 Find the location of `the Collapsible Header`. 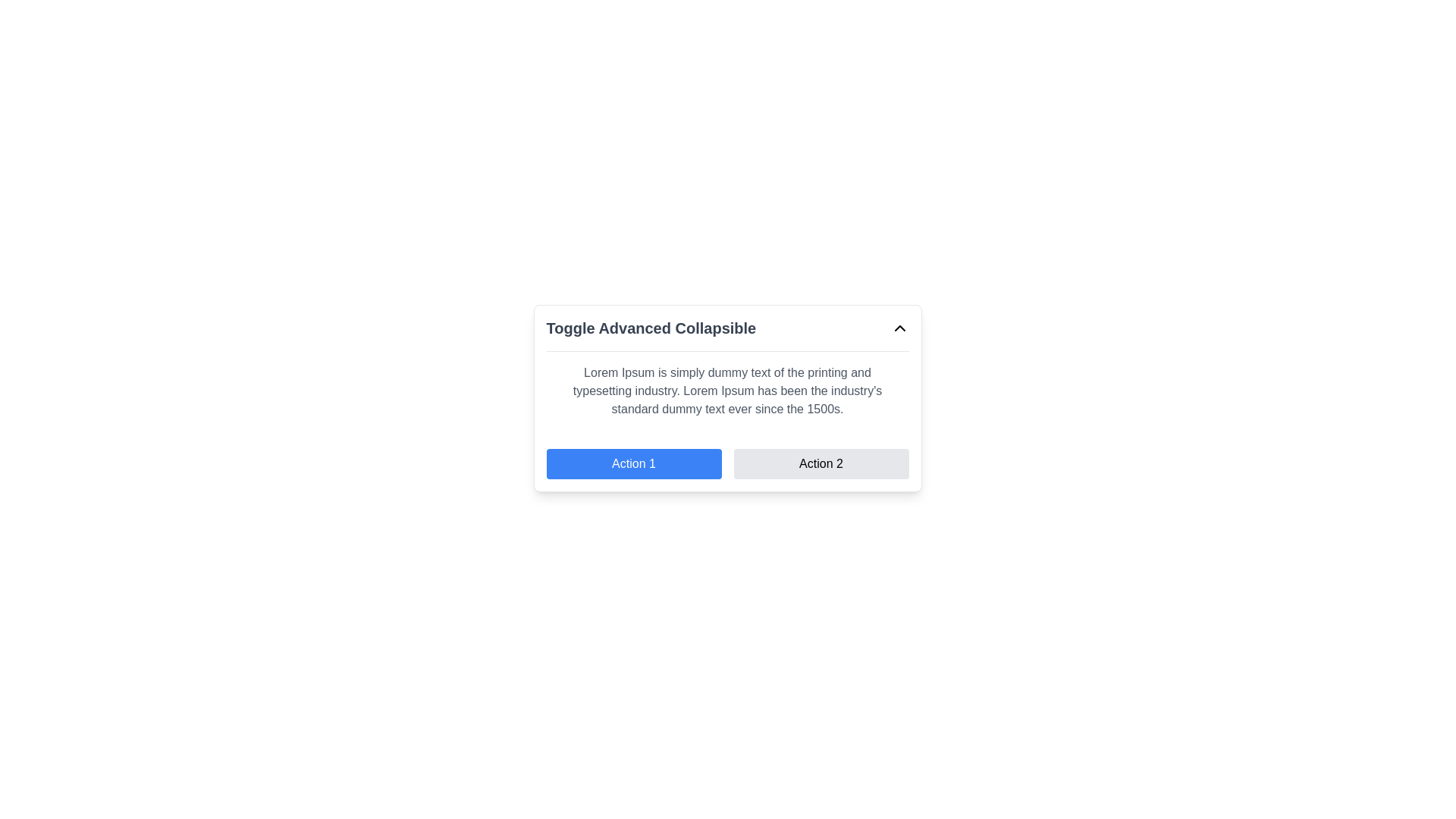

the Collapsible Header is located at coordinates (726, 327).